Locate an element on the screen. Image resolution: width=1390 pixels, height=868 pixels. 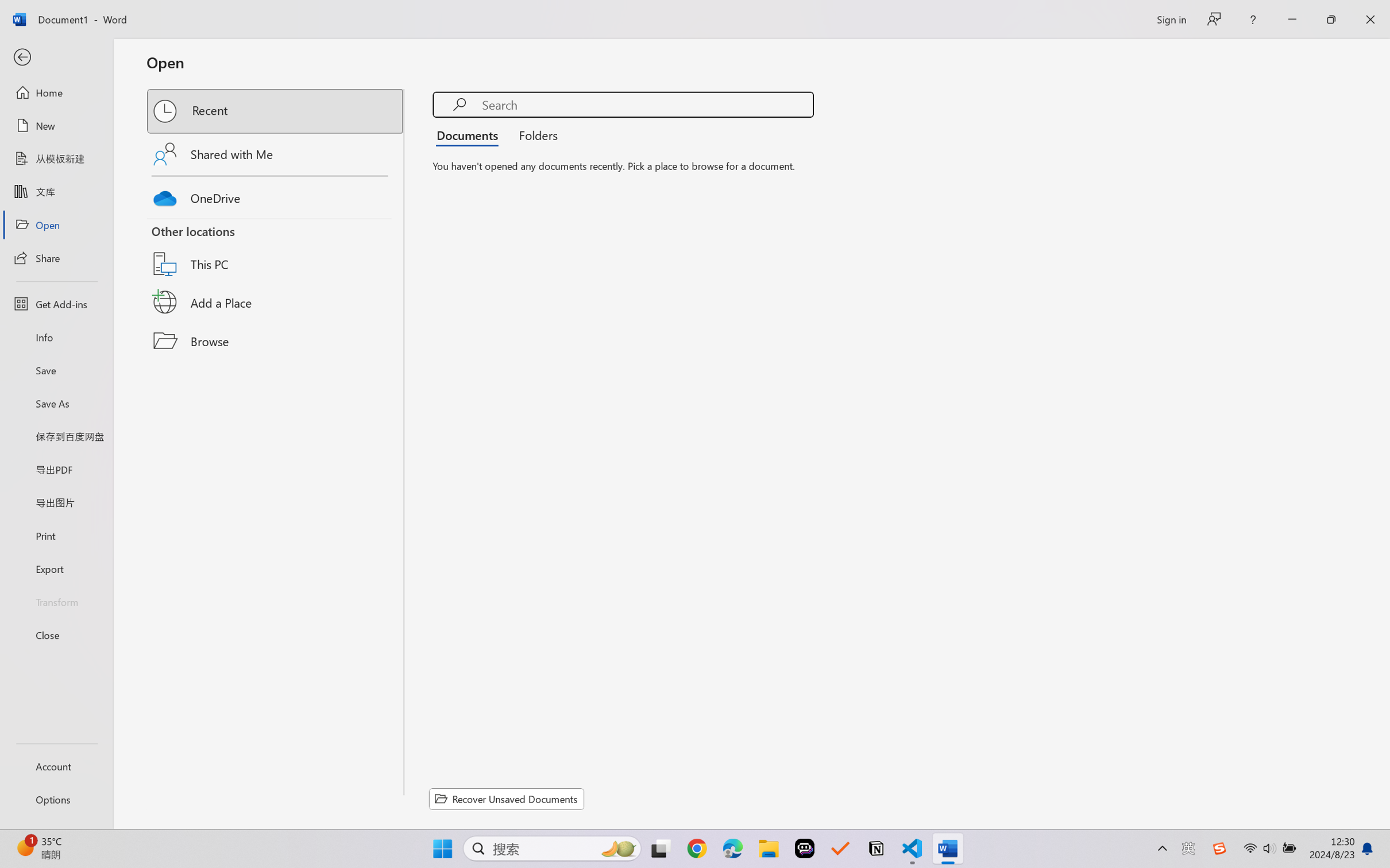
'Options' is located at coordinates (56, 799).